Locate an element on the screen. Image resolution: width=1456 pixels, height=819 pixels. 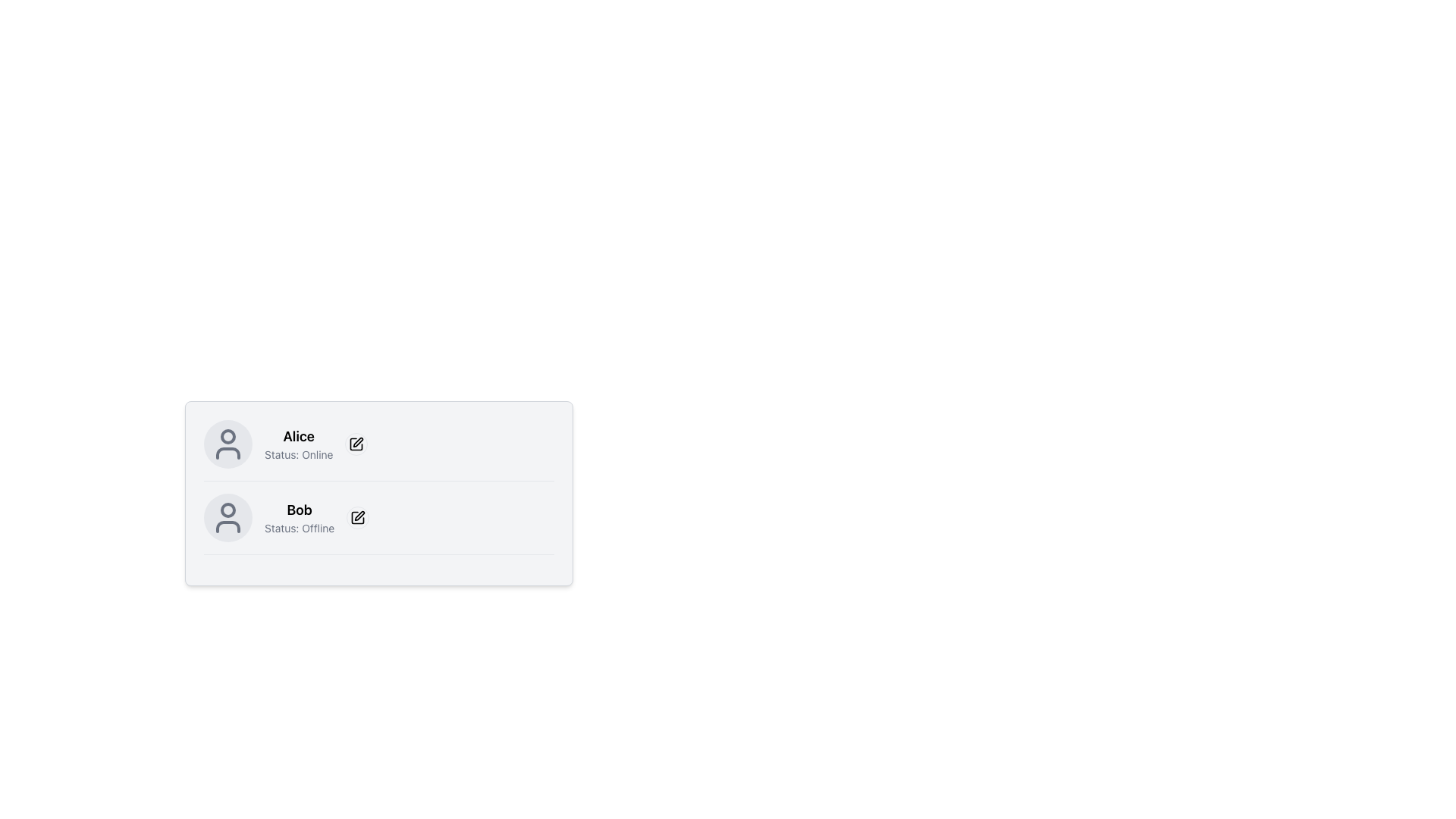
the text label indicating the online status of user 'Alice', which is positioned directly below her name in the card-like section is located at coordinates (299, 454).